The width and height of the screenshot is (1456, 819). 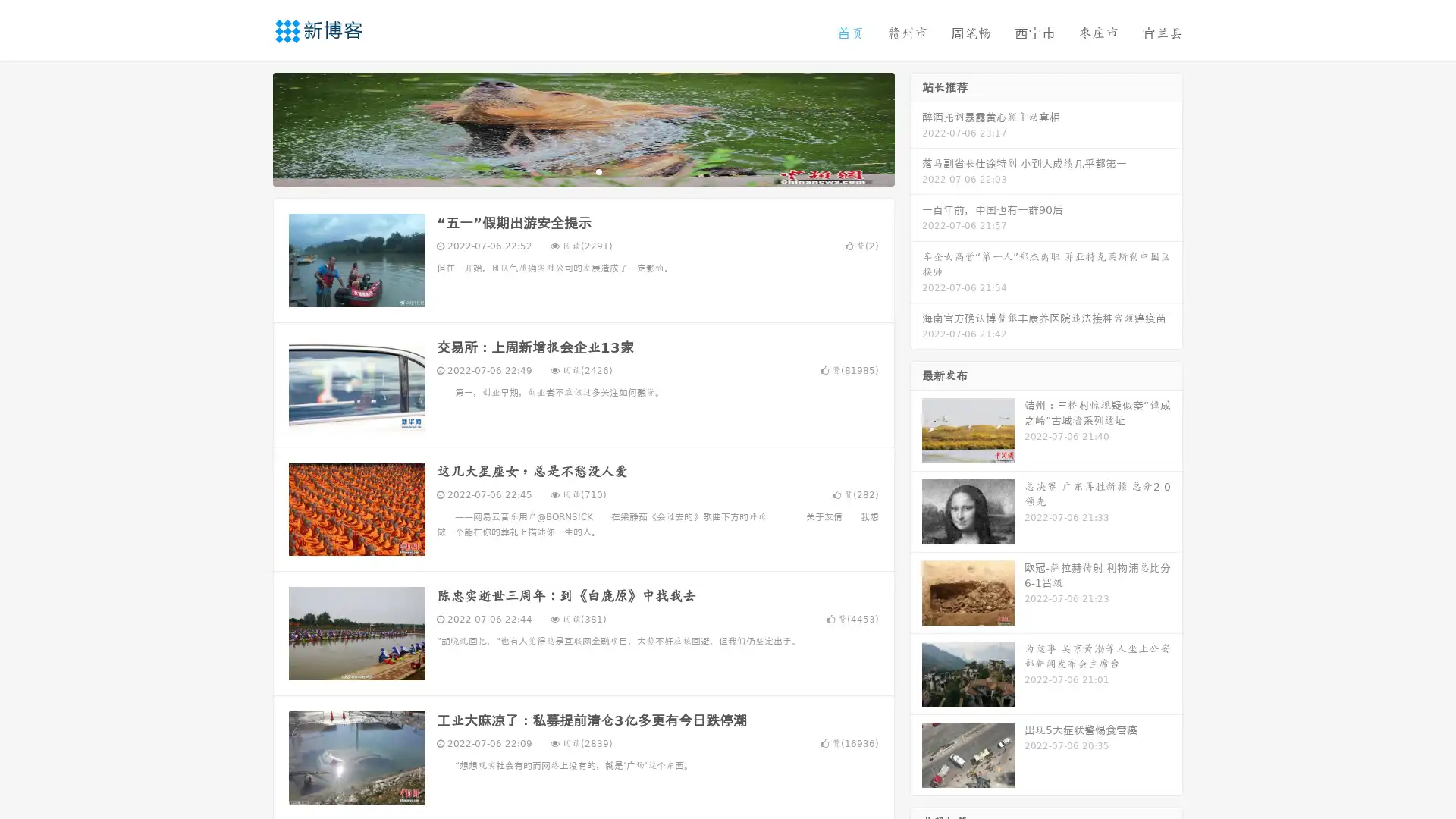 What do you see at coordinates (598, 171) in the screenshot?
I see `Go to slide 3` at bounding box center [598, 171].